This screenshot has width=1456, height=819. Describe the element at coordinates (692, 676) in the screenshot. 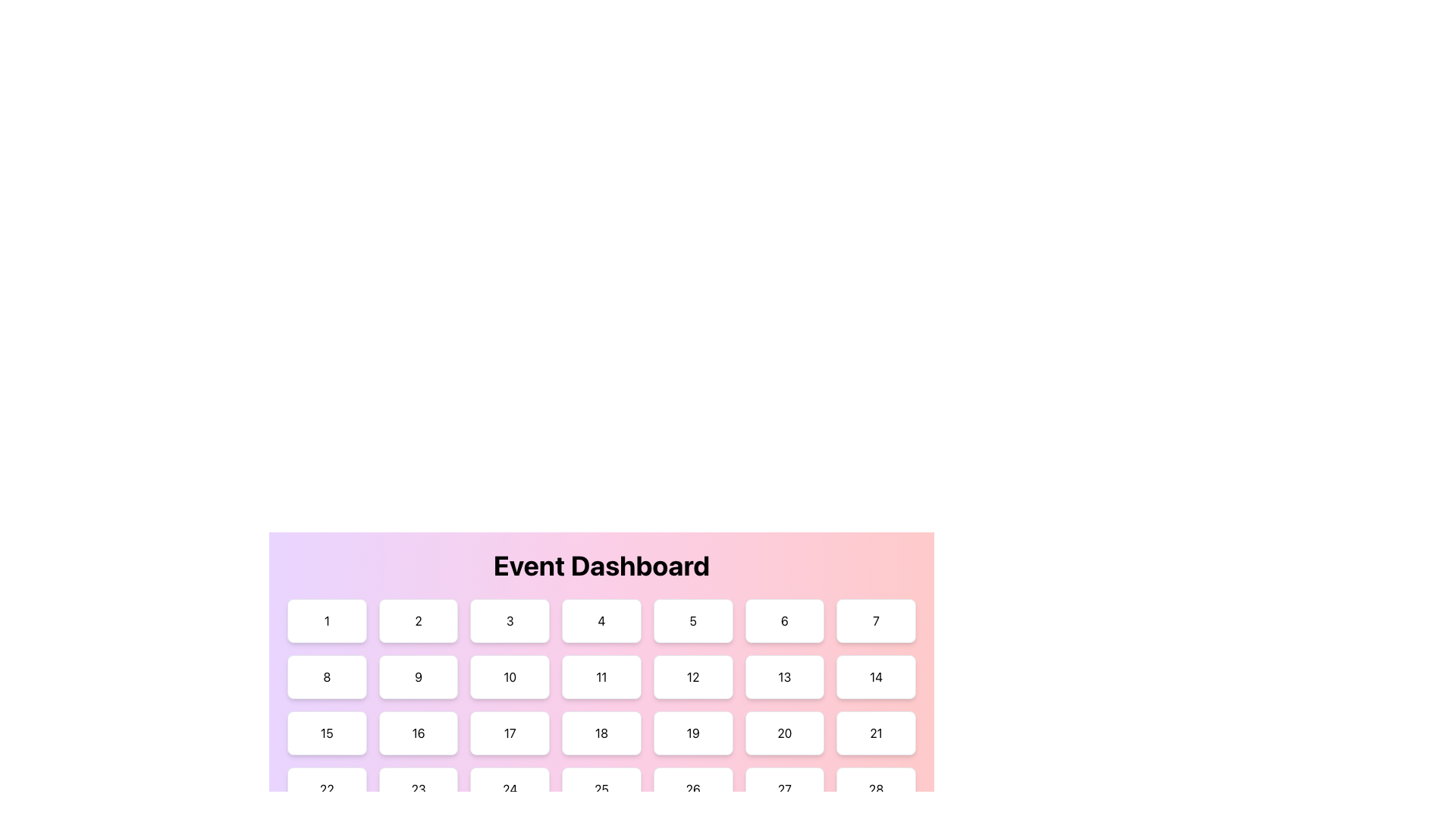

I see `the rectangular button with rounded edges displaying the number '12'` at that location.